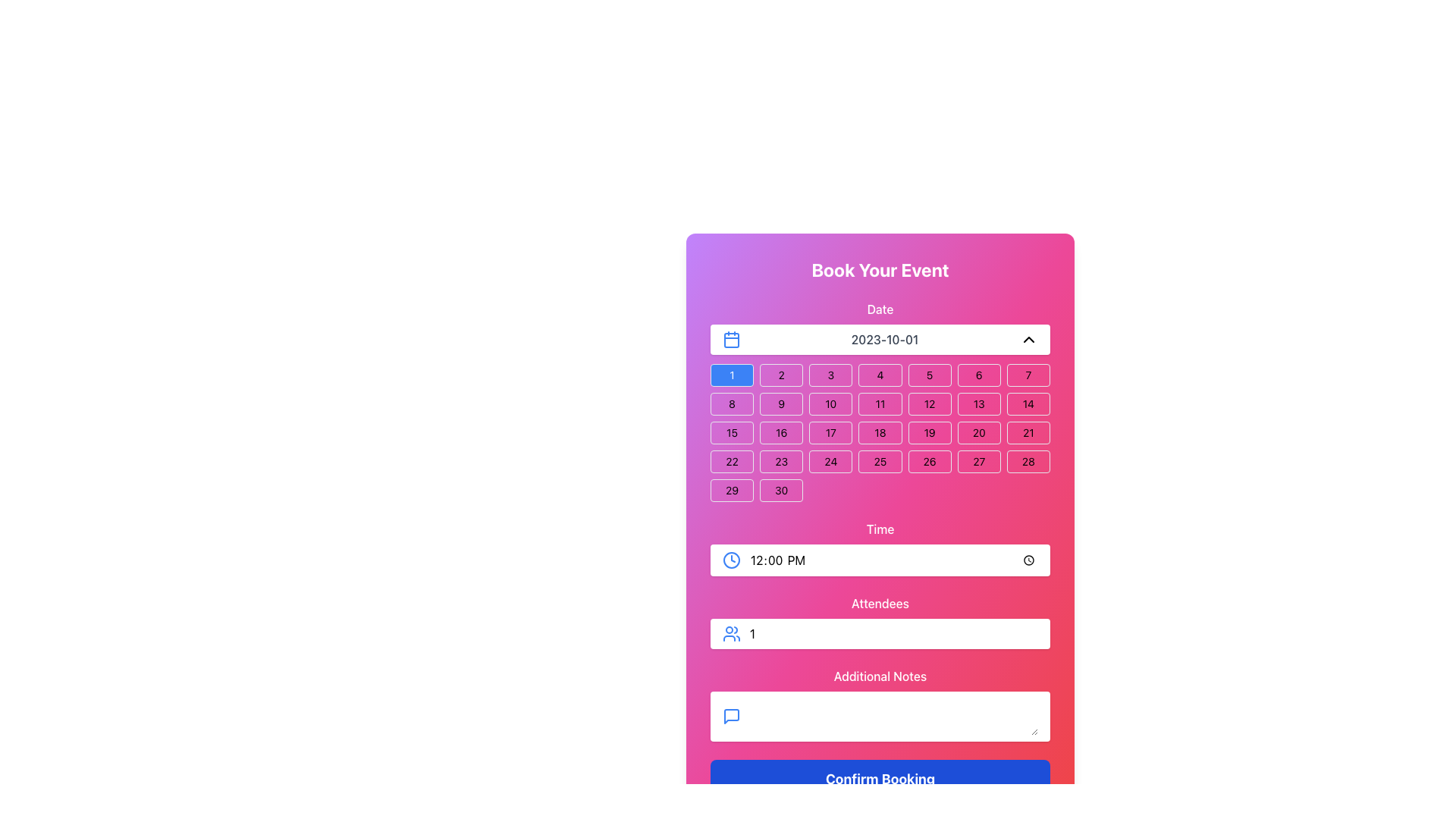 This screenshot has height=819, width=1456. Describe the element at coordinates (880, 780) in the screenshot. I see `the confirmation button located at the bottom of the 'Book Your Event' form card to confirm the booking` at that location.